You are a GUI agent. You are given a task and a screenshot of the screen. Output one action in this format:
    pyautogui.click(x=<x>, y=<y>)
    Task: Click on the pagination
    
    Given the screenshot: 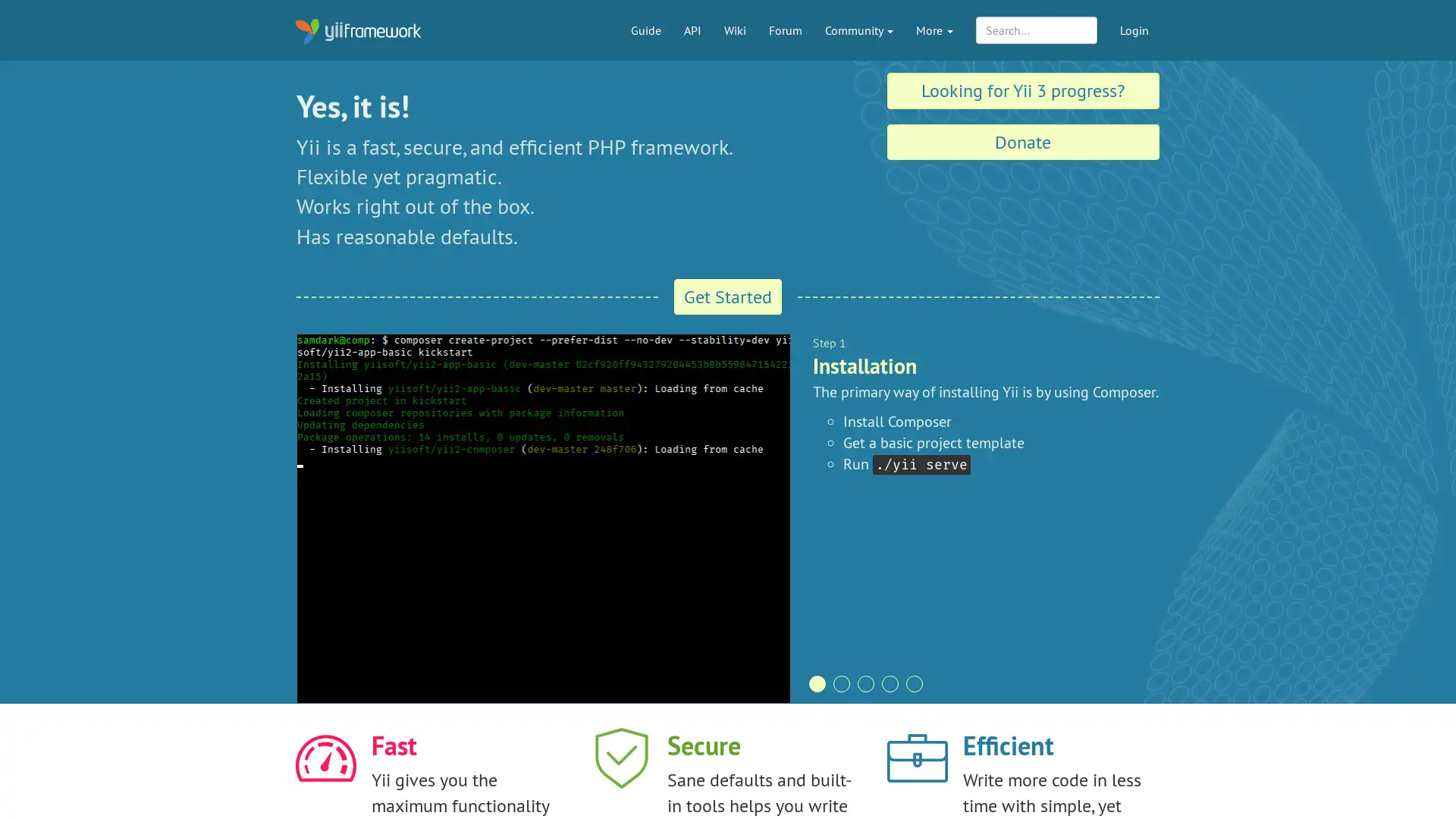 What is the action you would take?
    pyautogui.click(x=866, y=684)
    